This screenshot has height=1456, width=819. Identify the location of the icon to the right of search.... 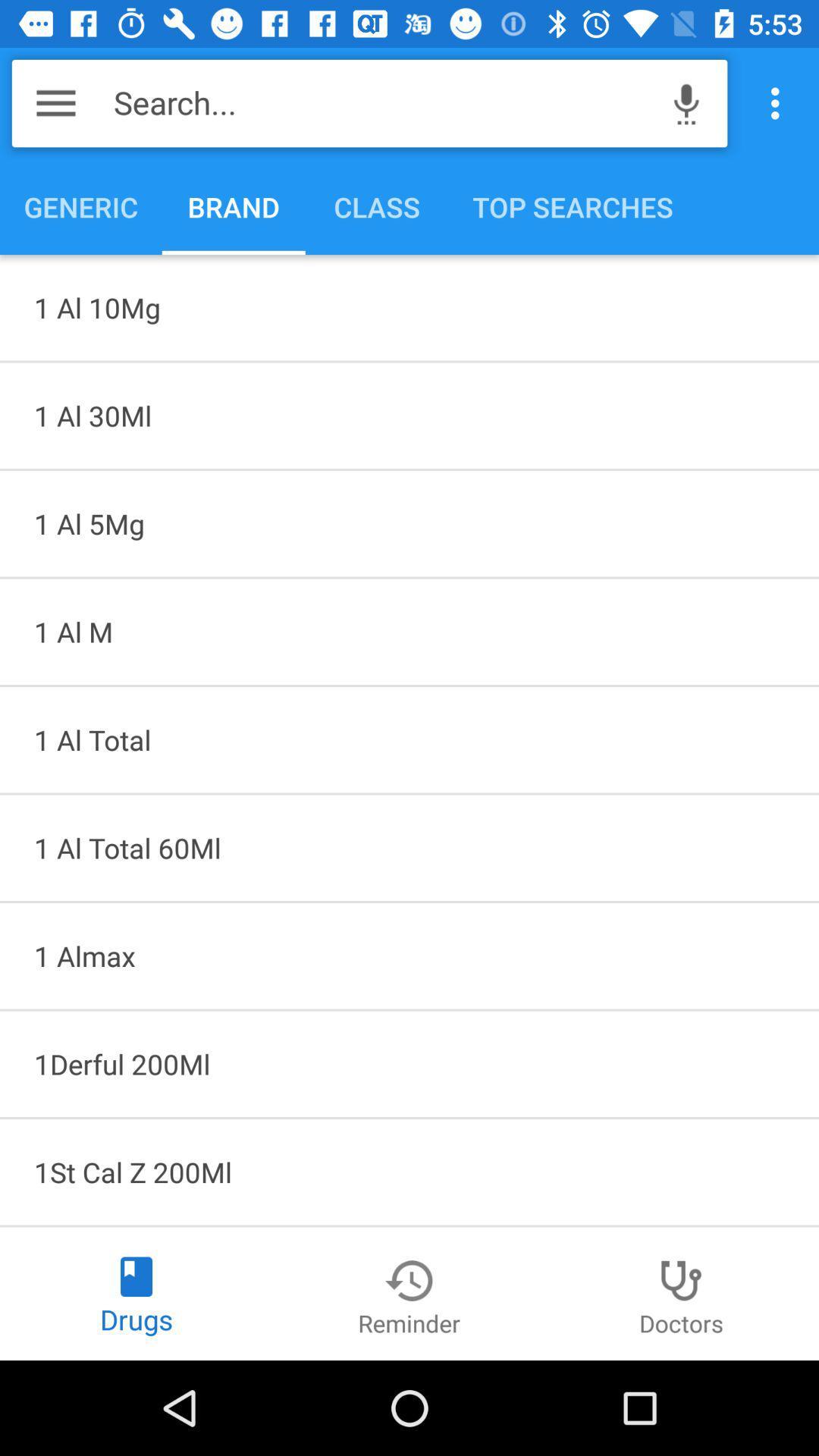
(686, 102).